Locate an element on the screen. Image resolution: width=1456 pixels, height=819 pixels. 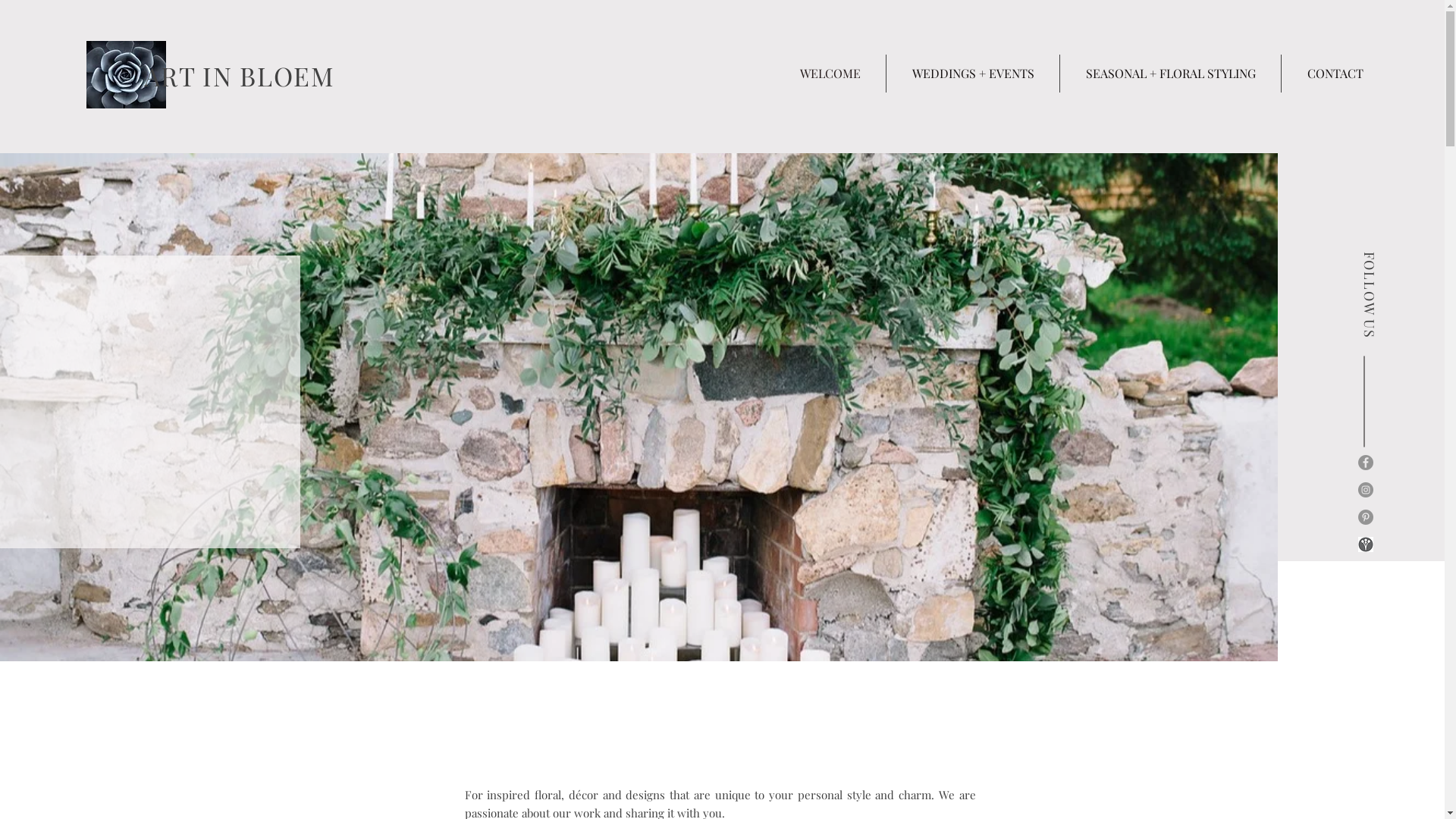
'ART IN BLOEM' is located at coordinates (144, 76).